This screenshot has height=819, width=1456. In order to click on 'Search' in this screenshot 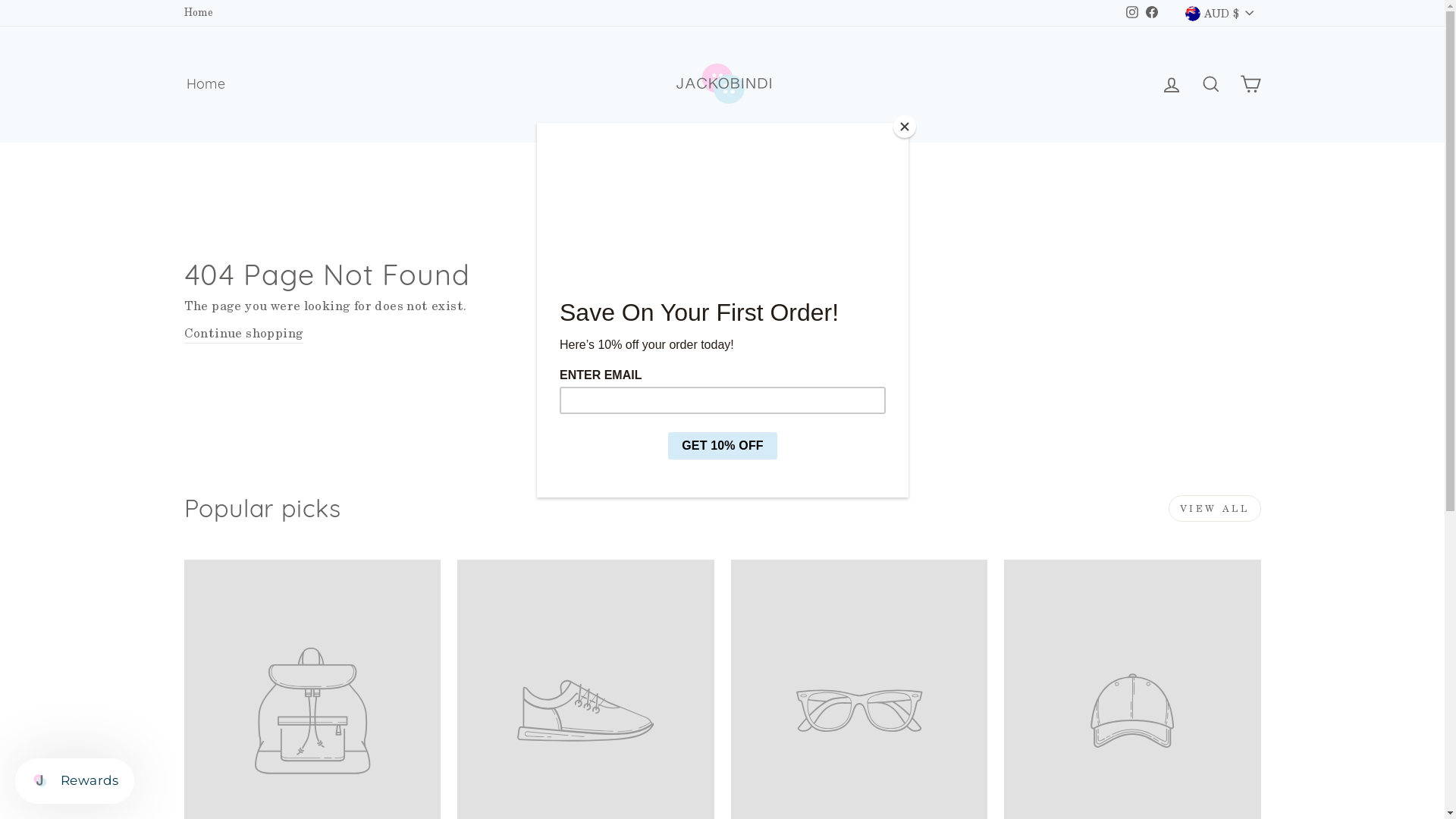, I will do `click(1189, 84)`.